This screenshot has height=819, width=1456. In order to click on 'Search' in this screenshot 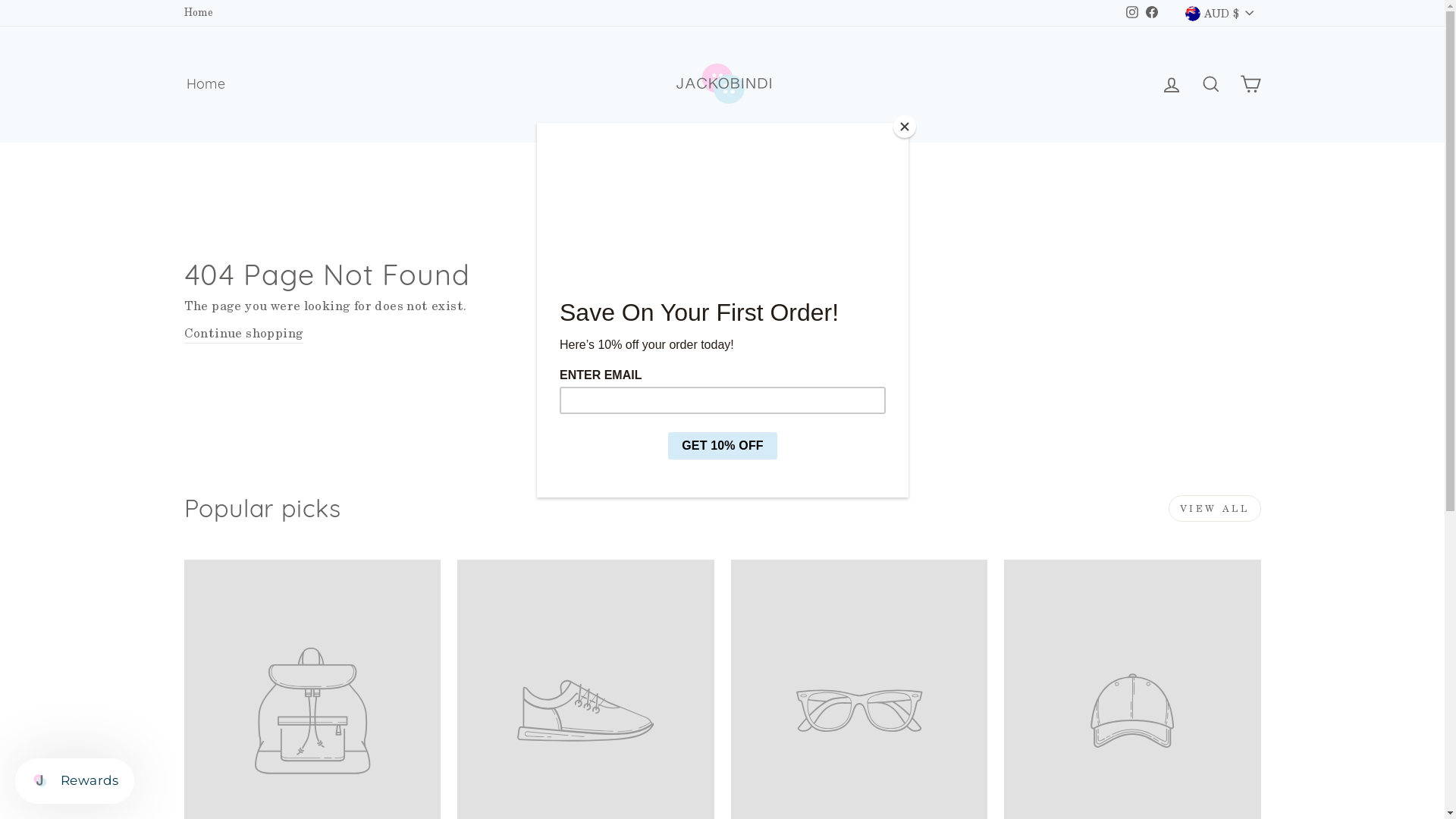, I will do `click(1189, 84)`.